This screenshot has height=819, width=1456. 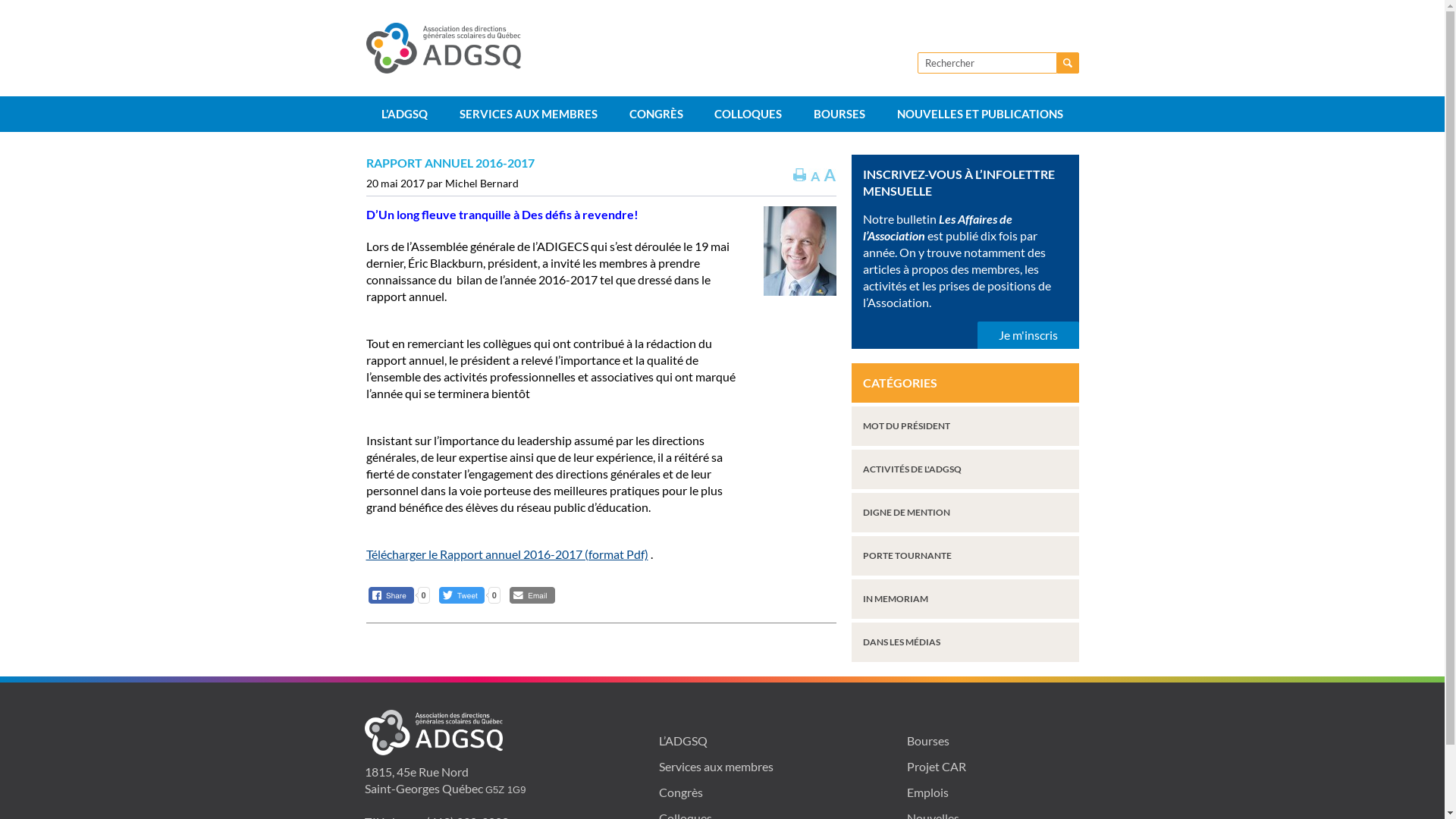 What do you see at coordinates (715, 766) in the screenshot?
I see `'Services aux membres'` at bounding box center [715, 766].